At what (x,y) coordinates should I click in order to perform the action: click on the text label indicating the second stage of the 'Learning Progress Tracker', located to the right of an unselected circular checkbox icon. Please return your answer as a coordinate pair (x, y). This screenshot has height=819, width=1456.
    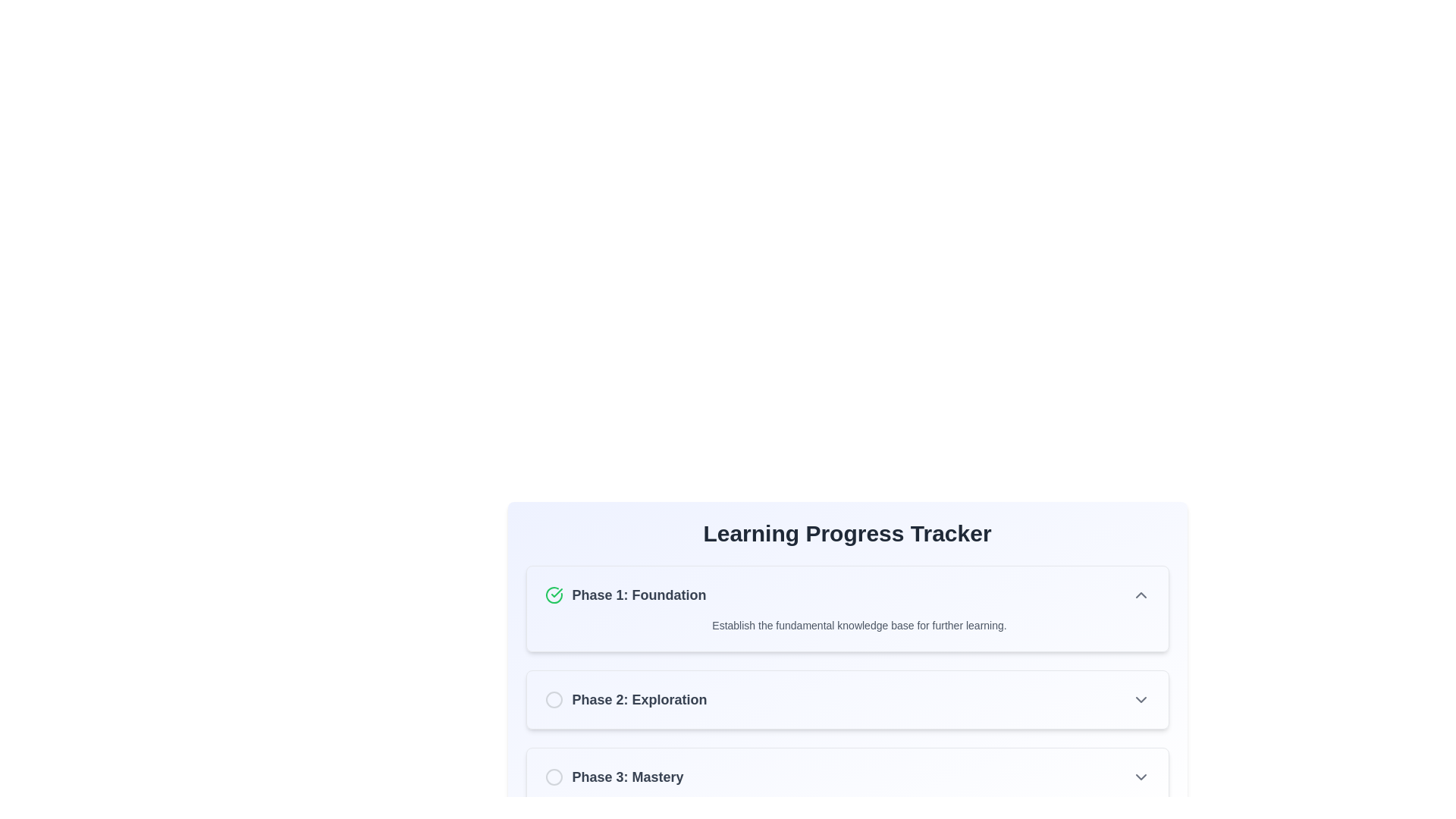
    Looking at the image, I should click on (639, 699).